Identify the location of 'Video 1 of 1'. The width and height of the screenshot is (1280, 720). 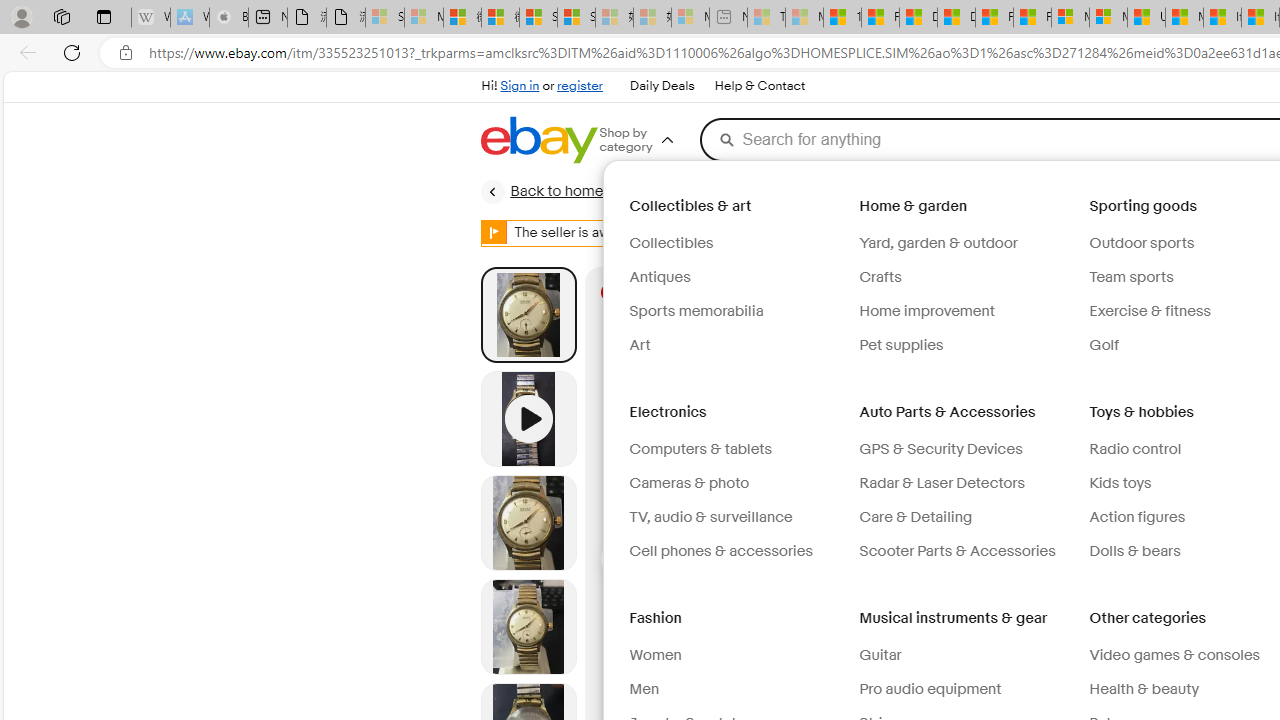
(528, 417).